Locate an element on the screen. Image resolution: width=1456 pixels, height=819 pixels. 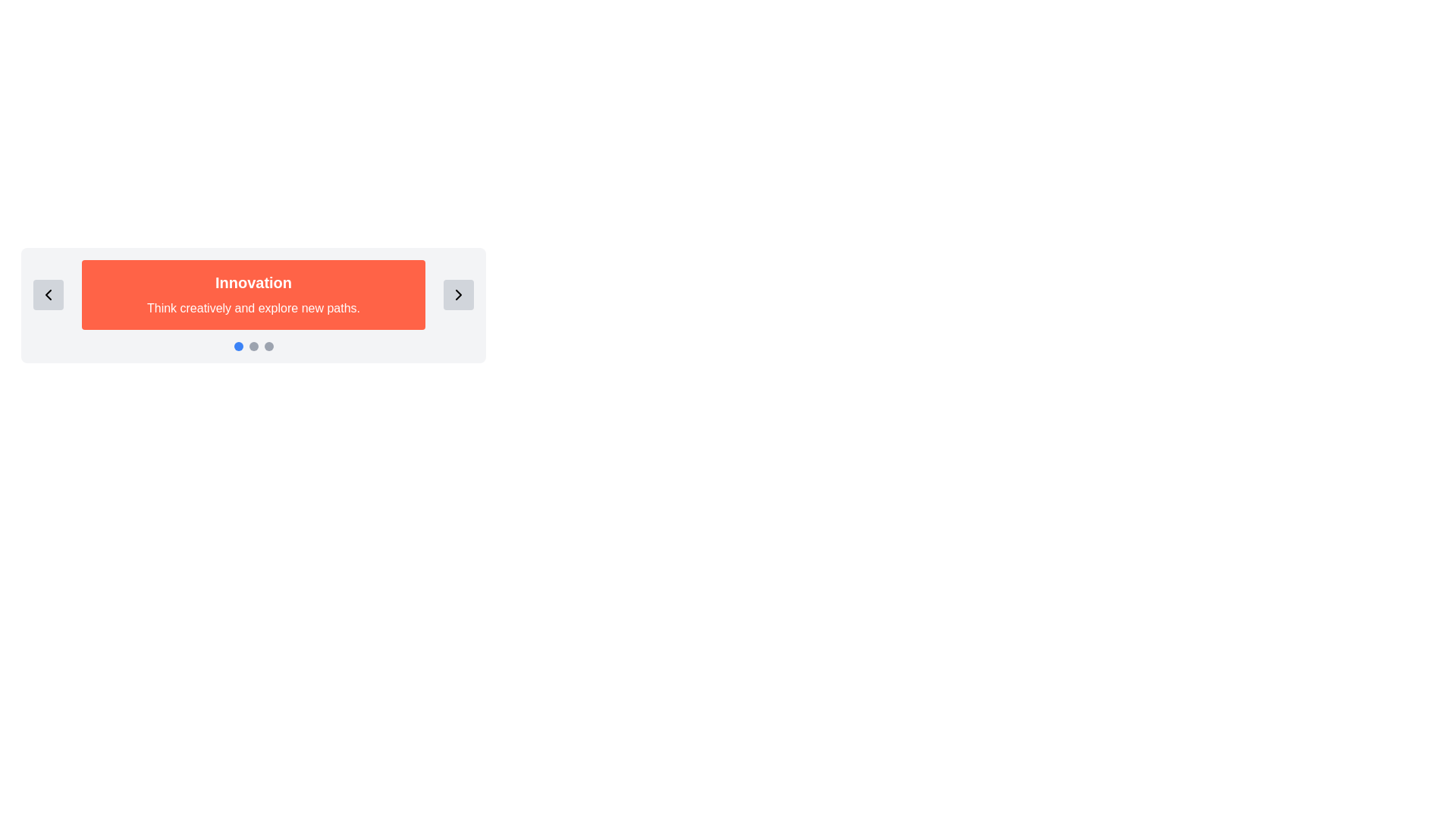
the rightmost button with a light gray background and a rightward-pointing chevron icon is located at coordinates (457, 295).